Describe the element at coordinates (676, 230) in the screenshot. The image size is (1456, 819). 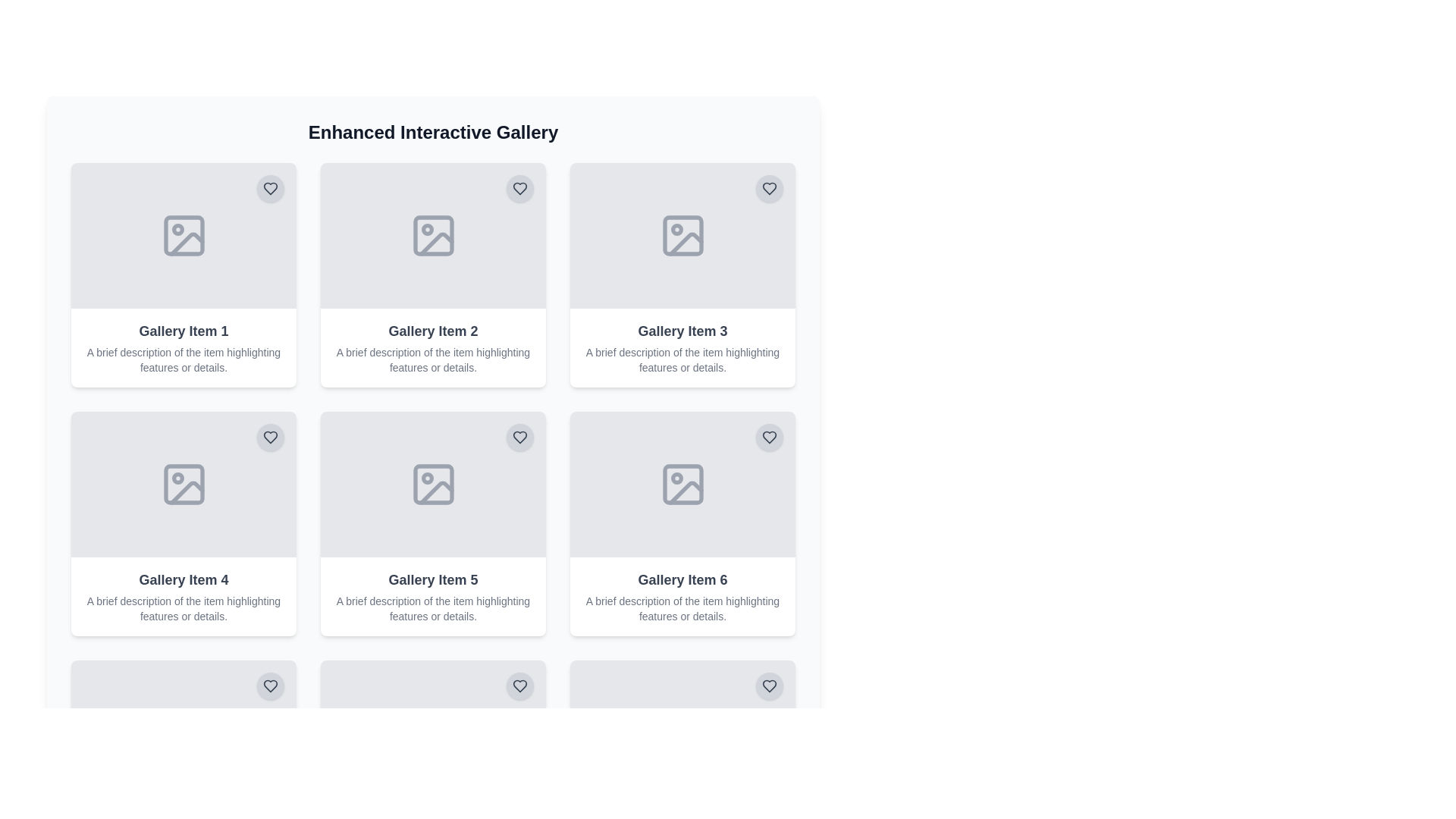
I see `the small circular shape (dot) located in the image placeholder of the 'Gallery Item 3' card, positioned in the third card of the first row of the grid layout` at that location.